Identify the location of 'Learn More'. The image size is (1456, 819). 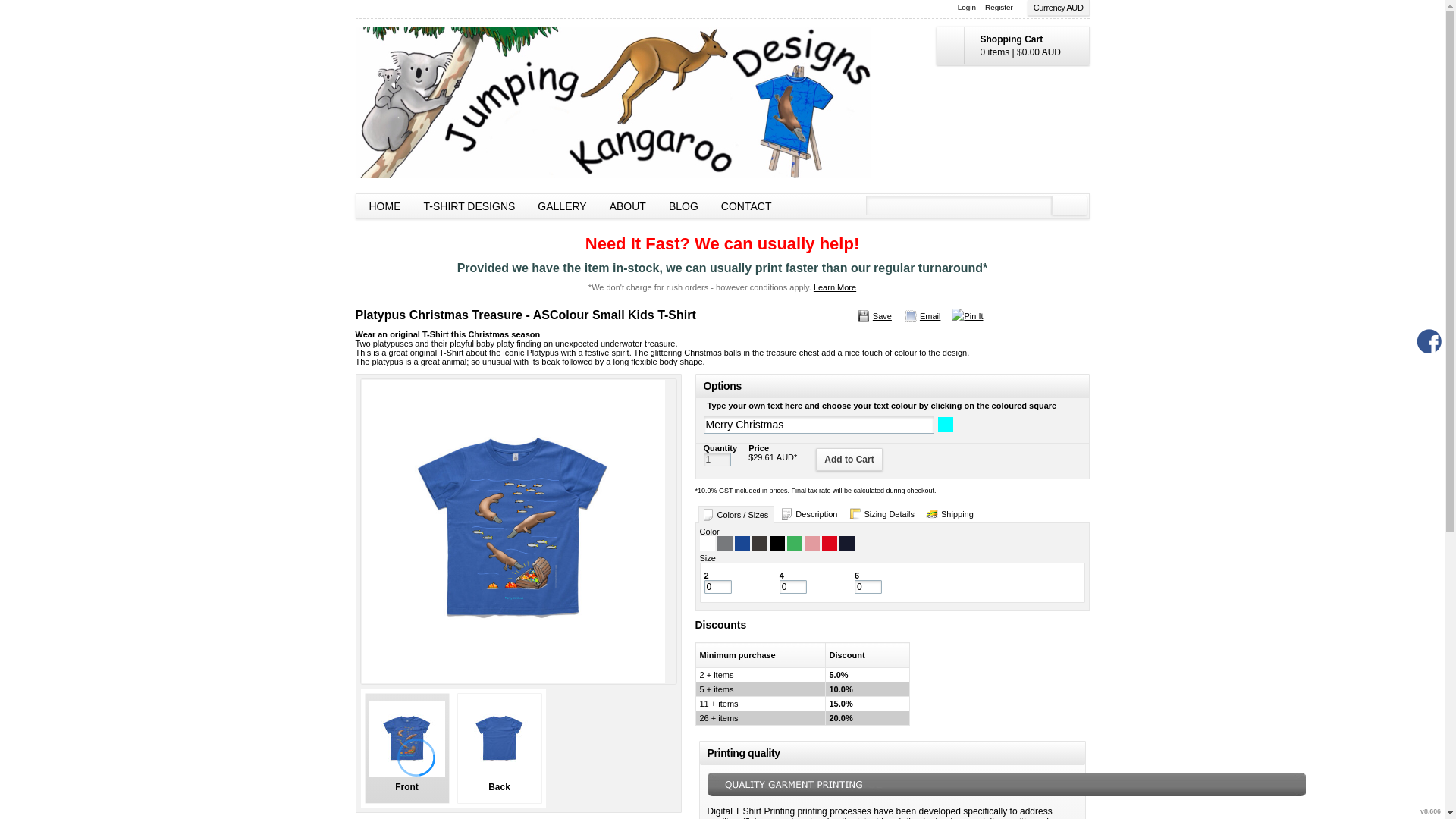
(833, 287).